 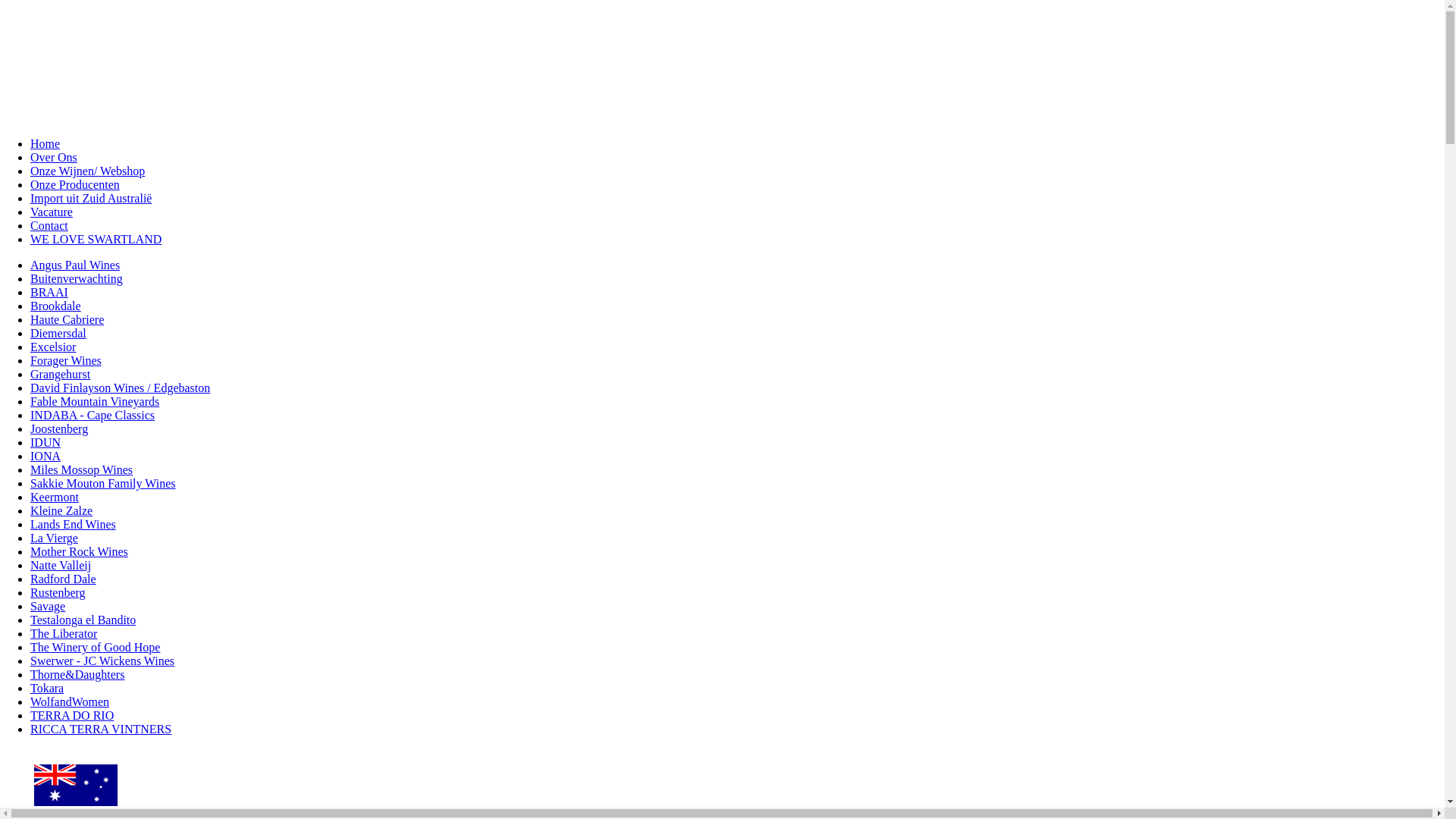 I want to click on 'Kleine Zalze', so click(x=30, y=510).